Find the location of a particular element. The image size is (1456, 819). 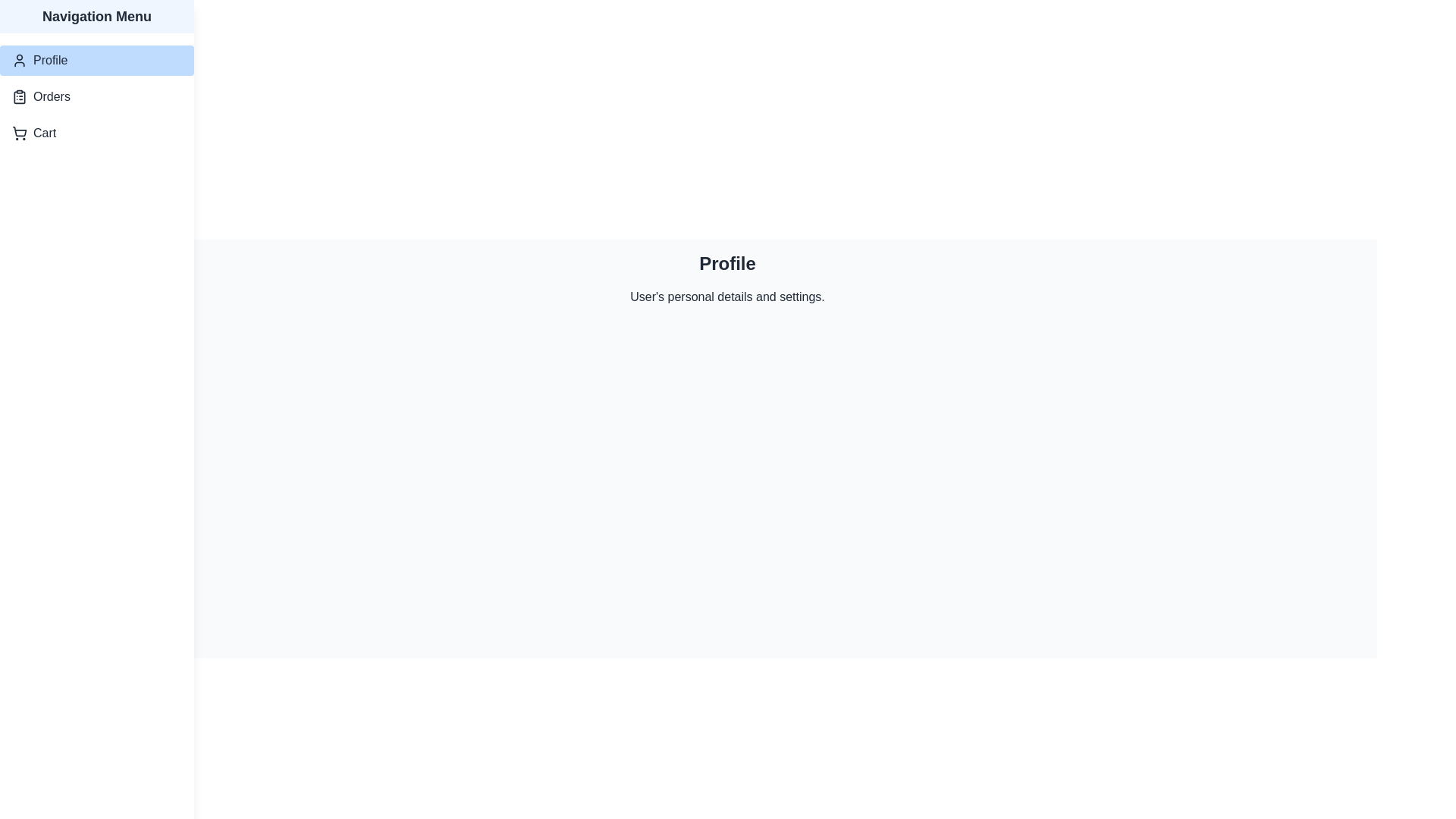

the navigation text label located in the vertical menu on the left side is located at coordinates (50, 60).